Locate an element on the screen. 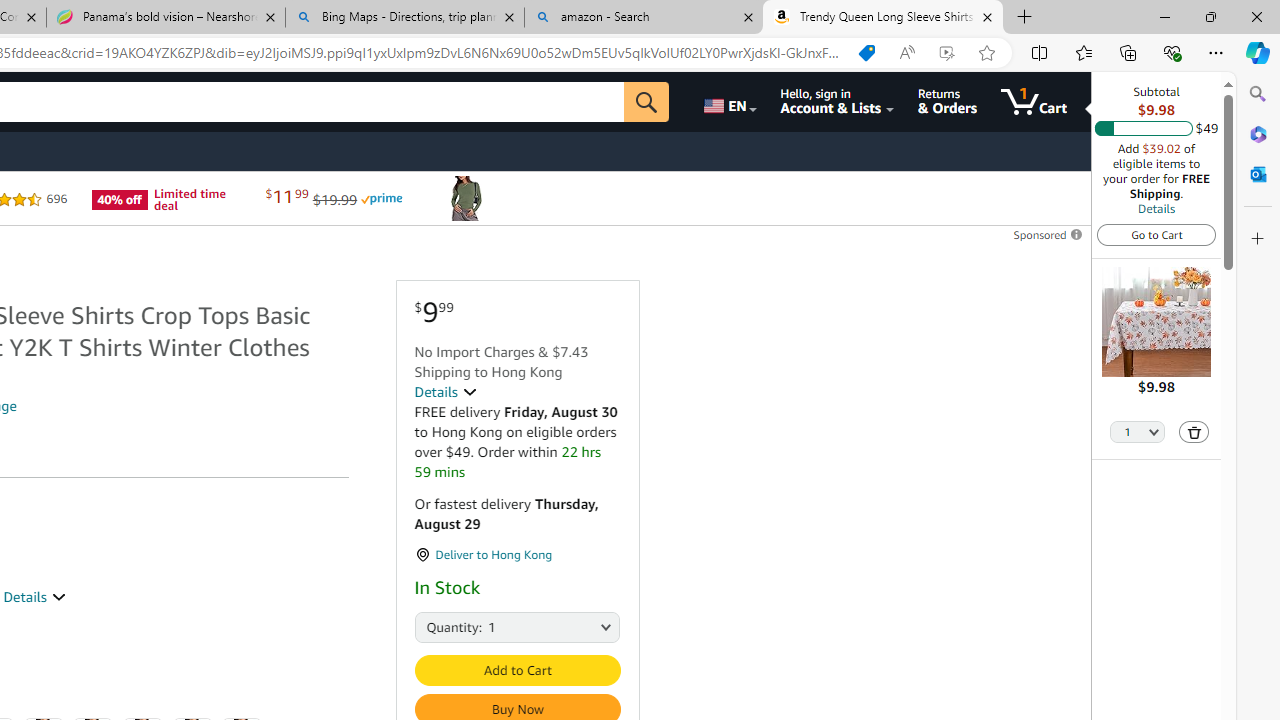 Image resolution: width=1280 pixels, height=720 pixels. 'Choose a language for shopping.' is located at coordinates (727, 101).